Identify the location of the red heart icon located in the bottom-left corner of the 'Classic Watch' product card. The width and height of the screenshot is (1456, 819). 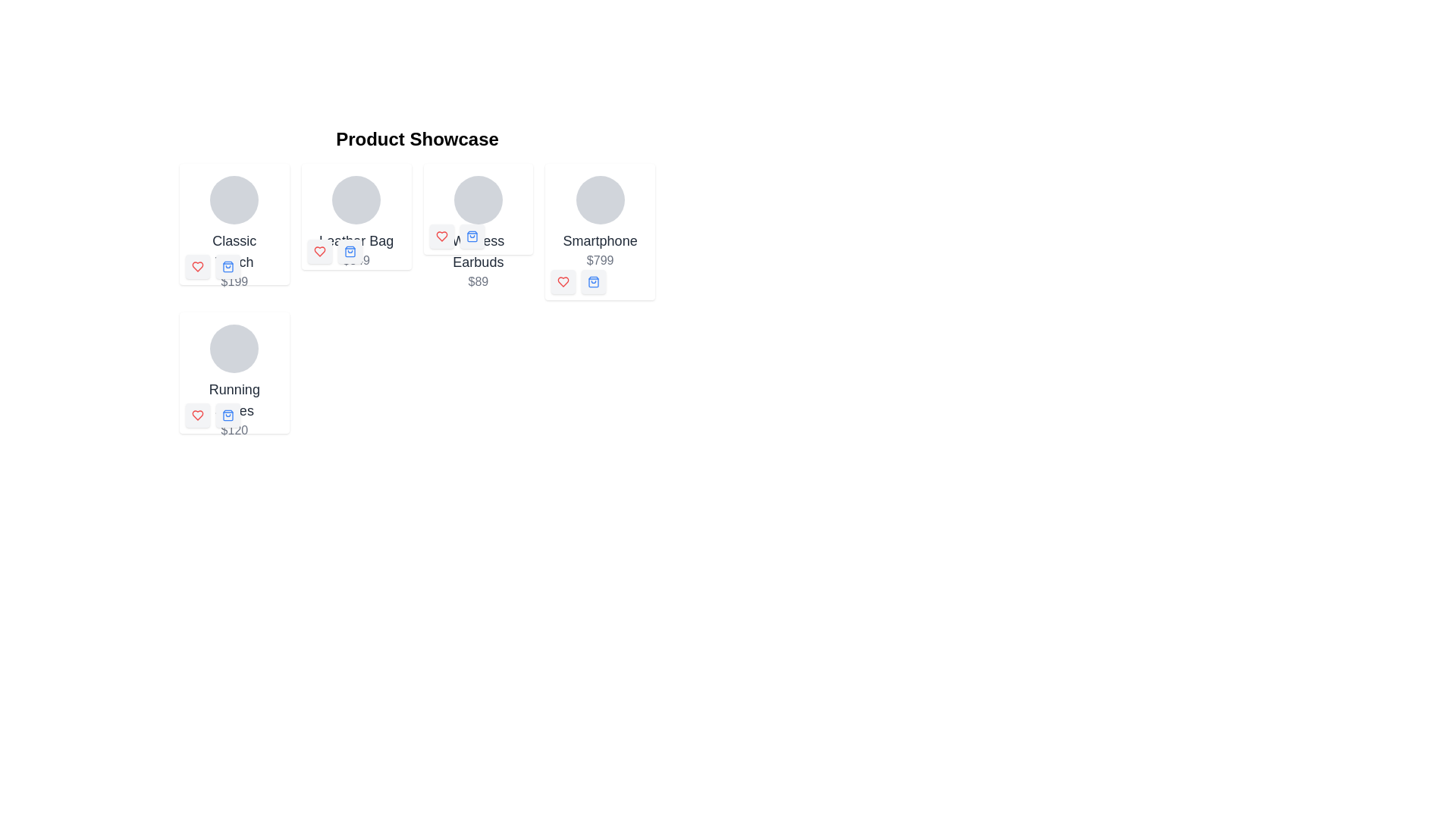
(212, 265).